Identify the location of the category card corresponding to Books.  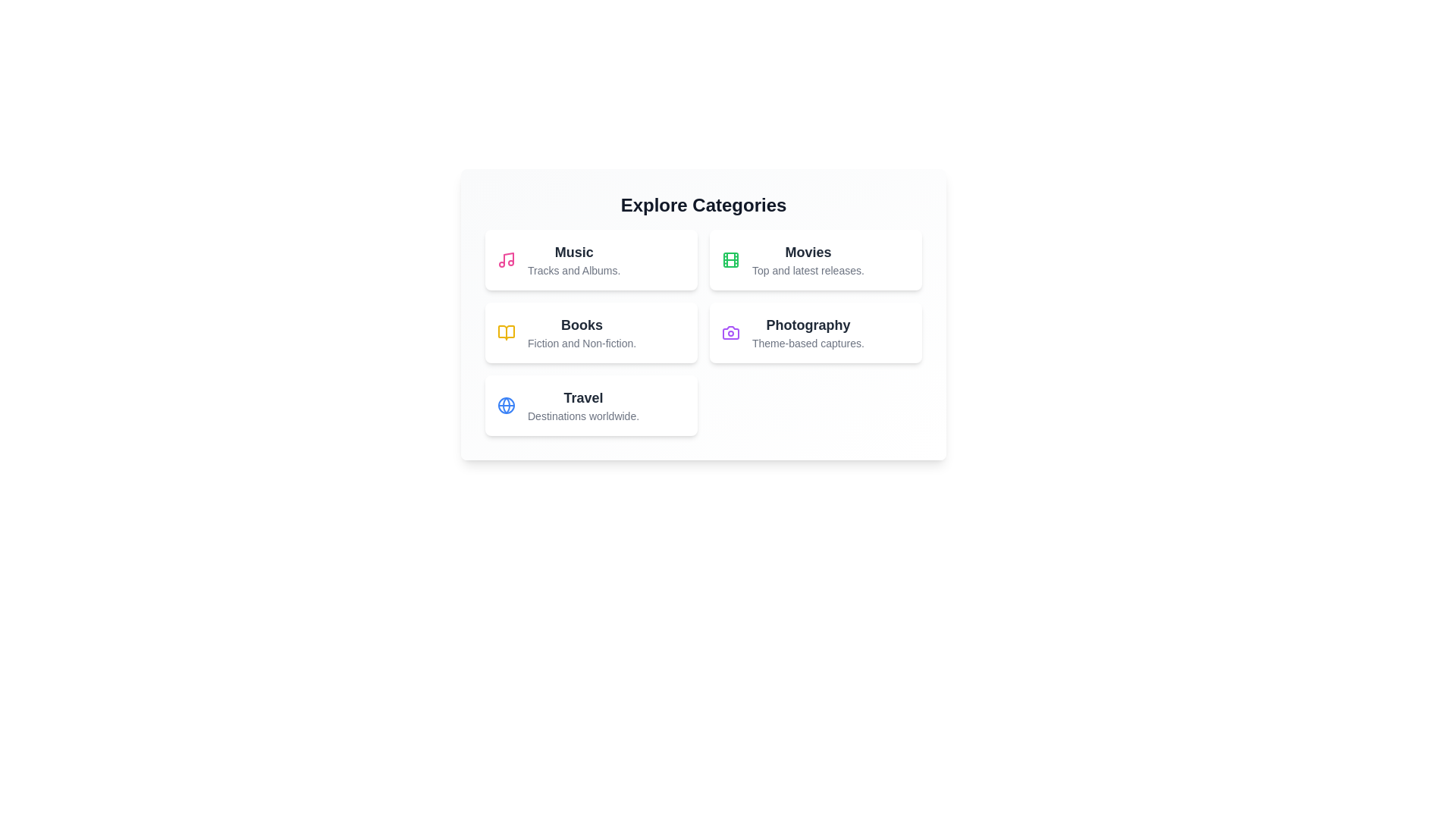
(590, 332).